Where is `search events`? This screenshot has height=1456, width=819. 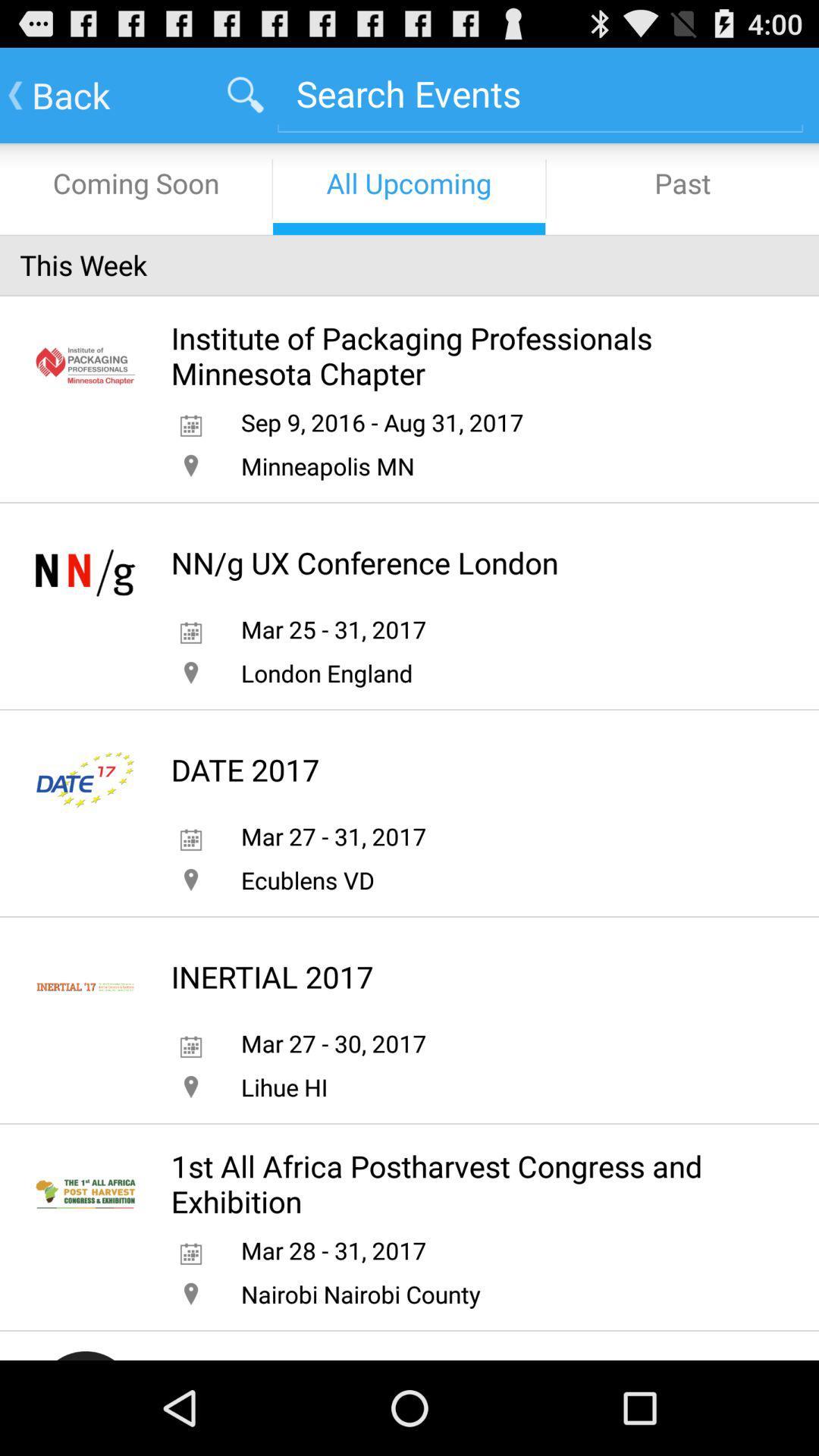
search events is located at coordinates (539, 93).